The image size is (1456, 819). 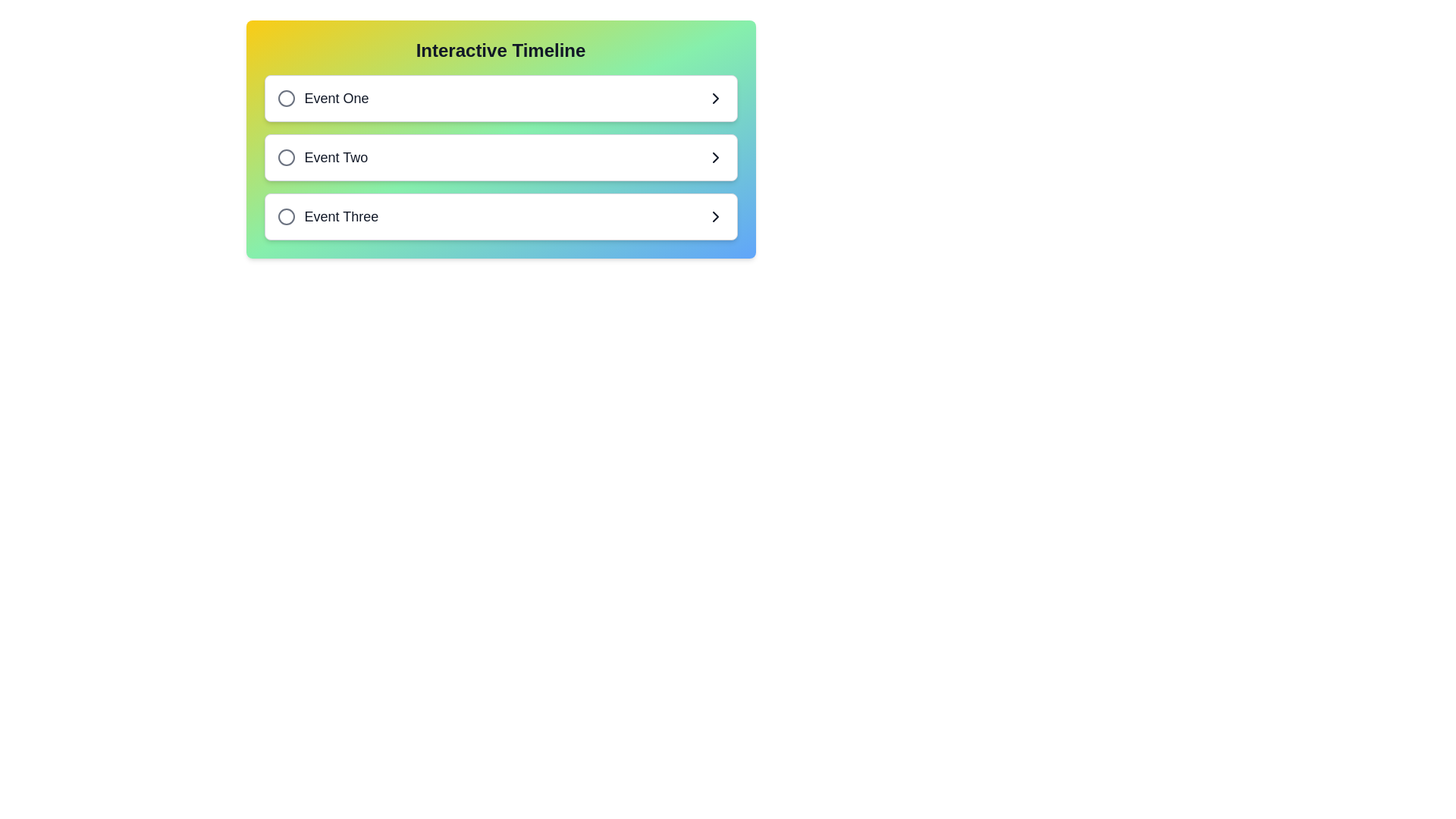 What do you see at coordinates (714, 158) in the screenshot?
I see `the rightward-facing chevron icon (>) located at the far-right end of the 'Event Two' list item` at bounding box center [714, 158].